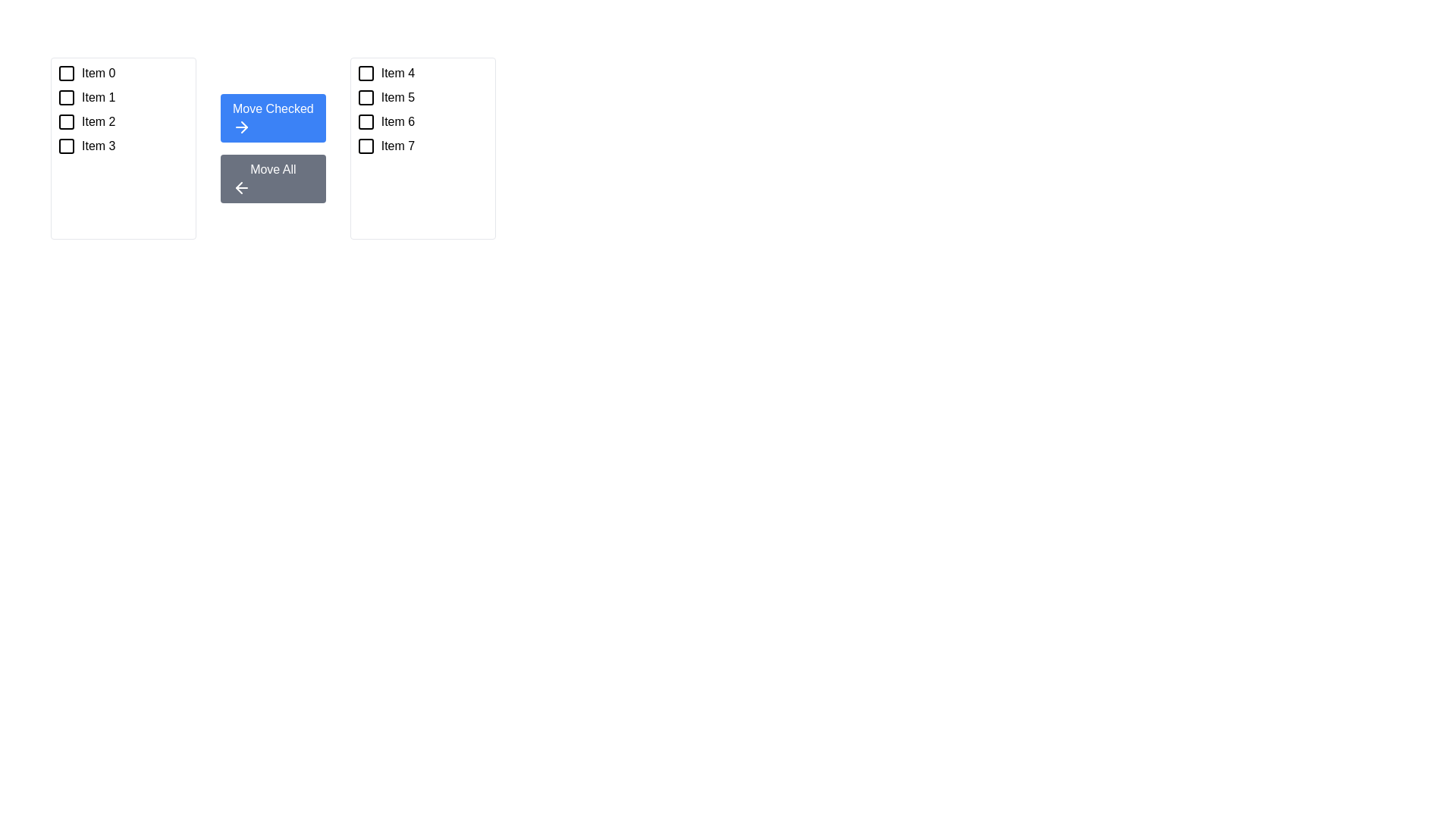  I want to click on the text label associated with the interactive checkbox located in the left panel, which describes the checkbox and is the first item in a vertical list, so click(98, 73).